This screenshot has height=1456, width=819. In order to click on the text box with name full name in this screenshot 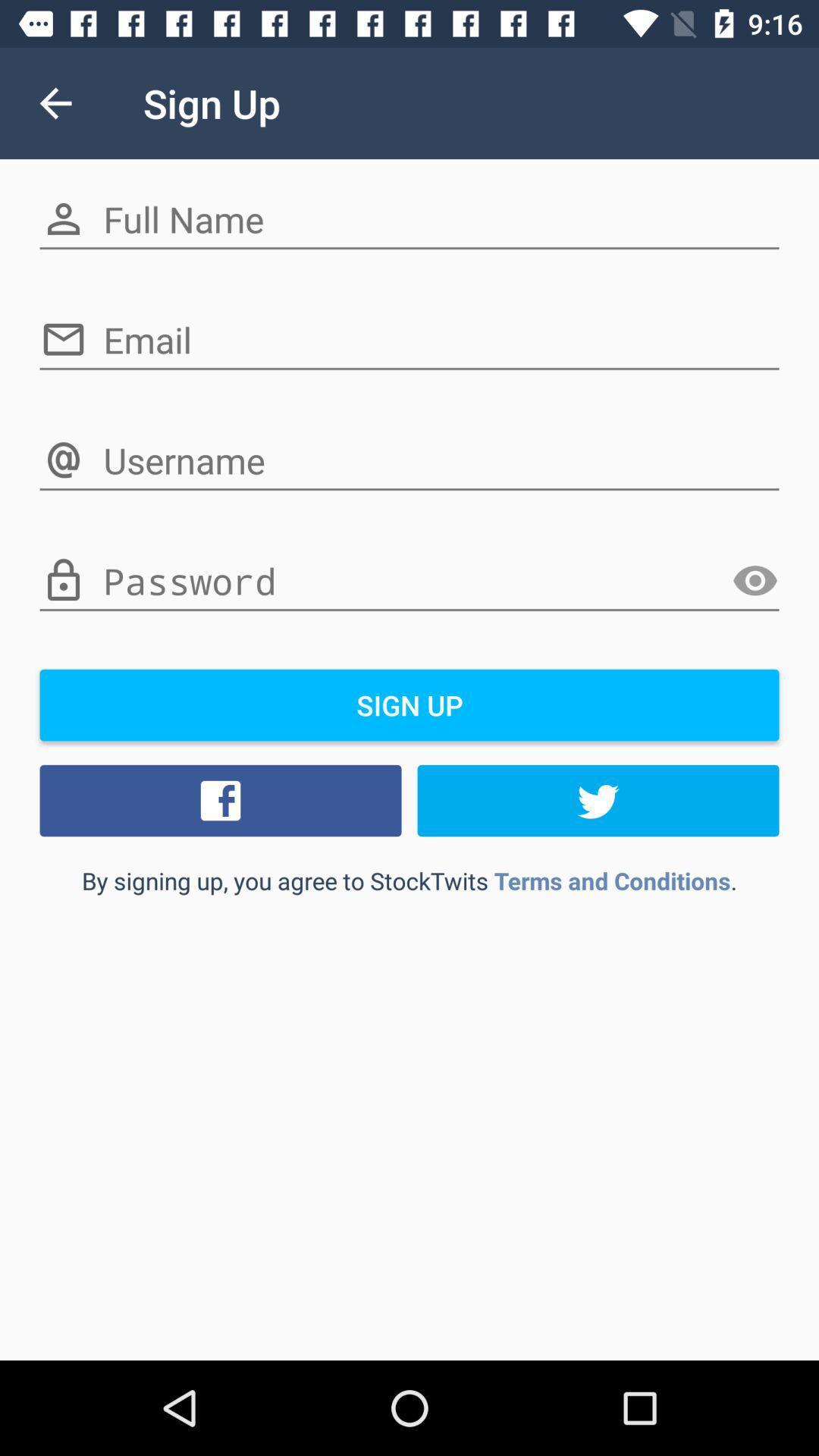, I will do `click(409, 219)`.